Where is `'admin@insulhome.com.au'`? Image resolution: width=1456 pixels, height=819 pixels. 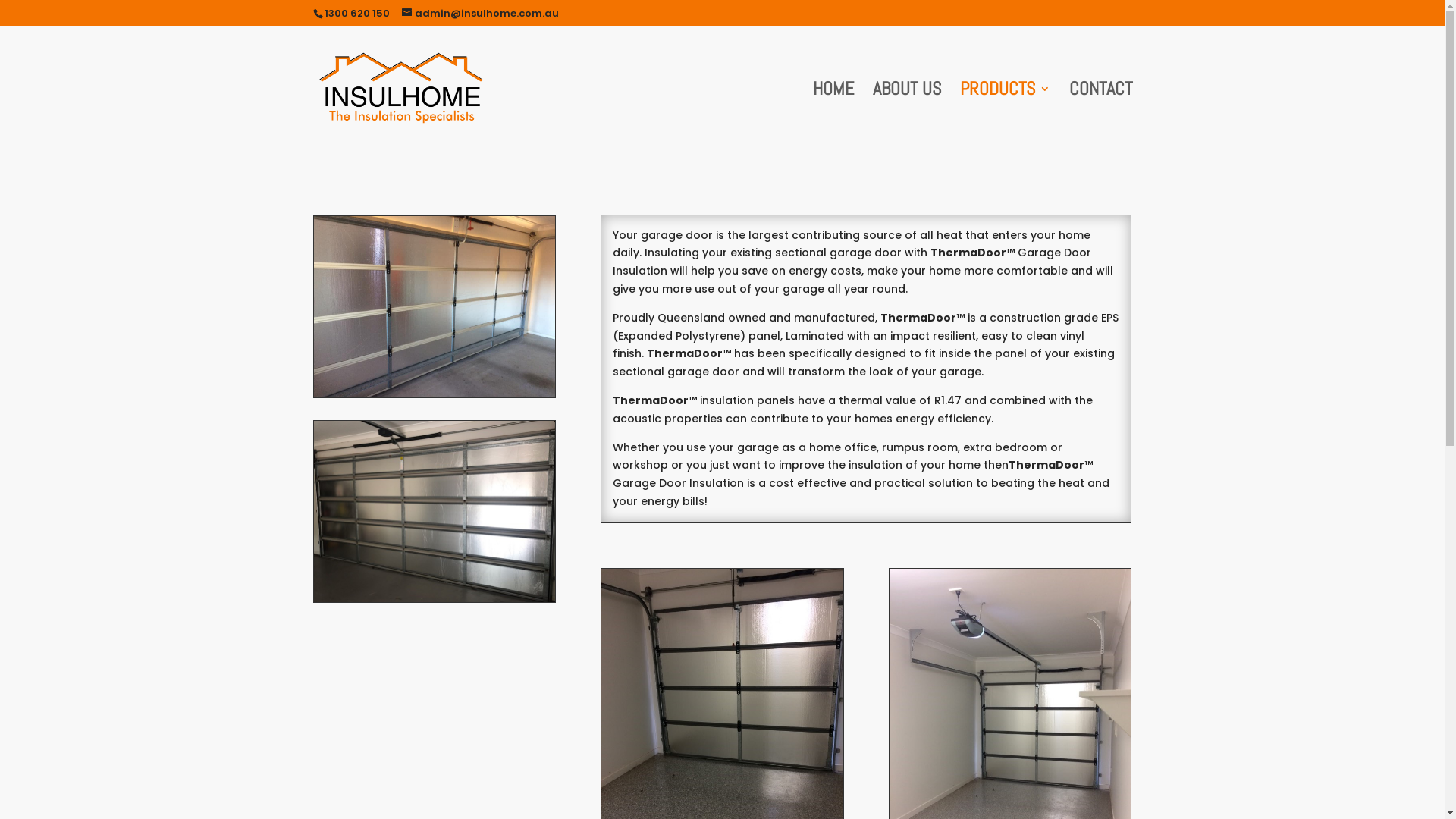 'admin@insulhome.com.au' is located at coordinates (401, 13).